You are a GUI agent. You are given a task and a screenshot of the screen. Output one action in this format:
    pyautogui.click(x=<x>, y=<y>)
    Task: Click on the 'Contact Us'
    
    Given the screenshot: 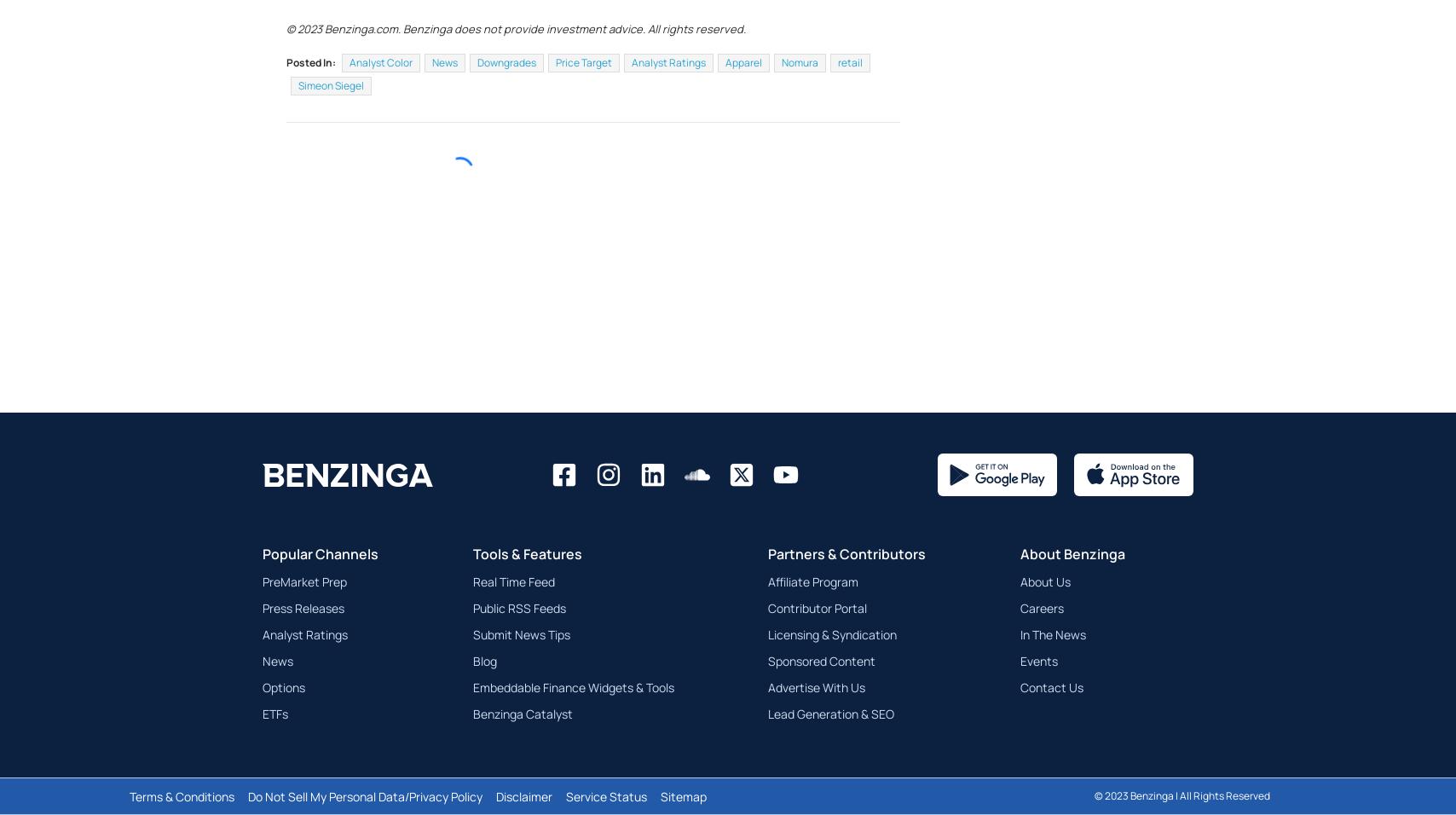 What is the action you would take?
    pyautogui.click(x=1019, y=728)
    